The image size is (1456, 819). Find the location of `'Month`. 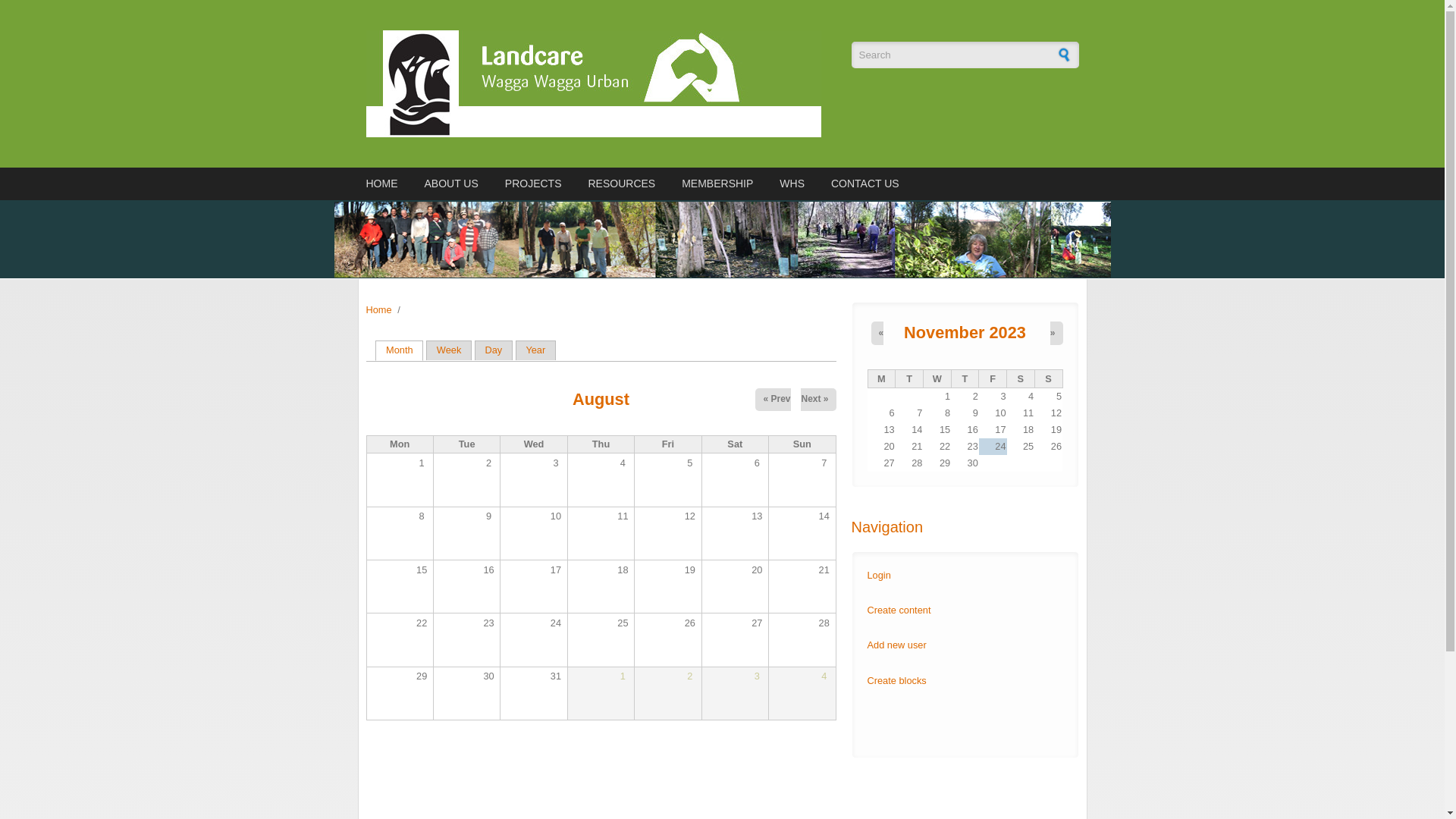

'Month is located at coordinates (399, 350).